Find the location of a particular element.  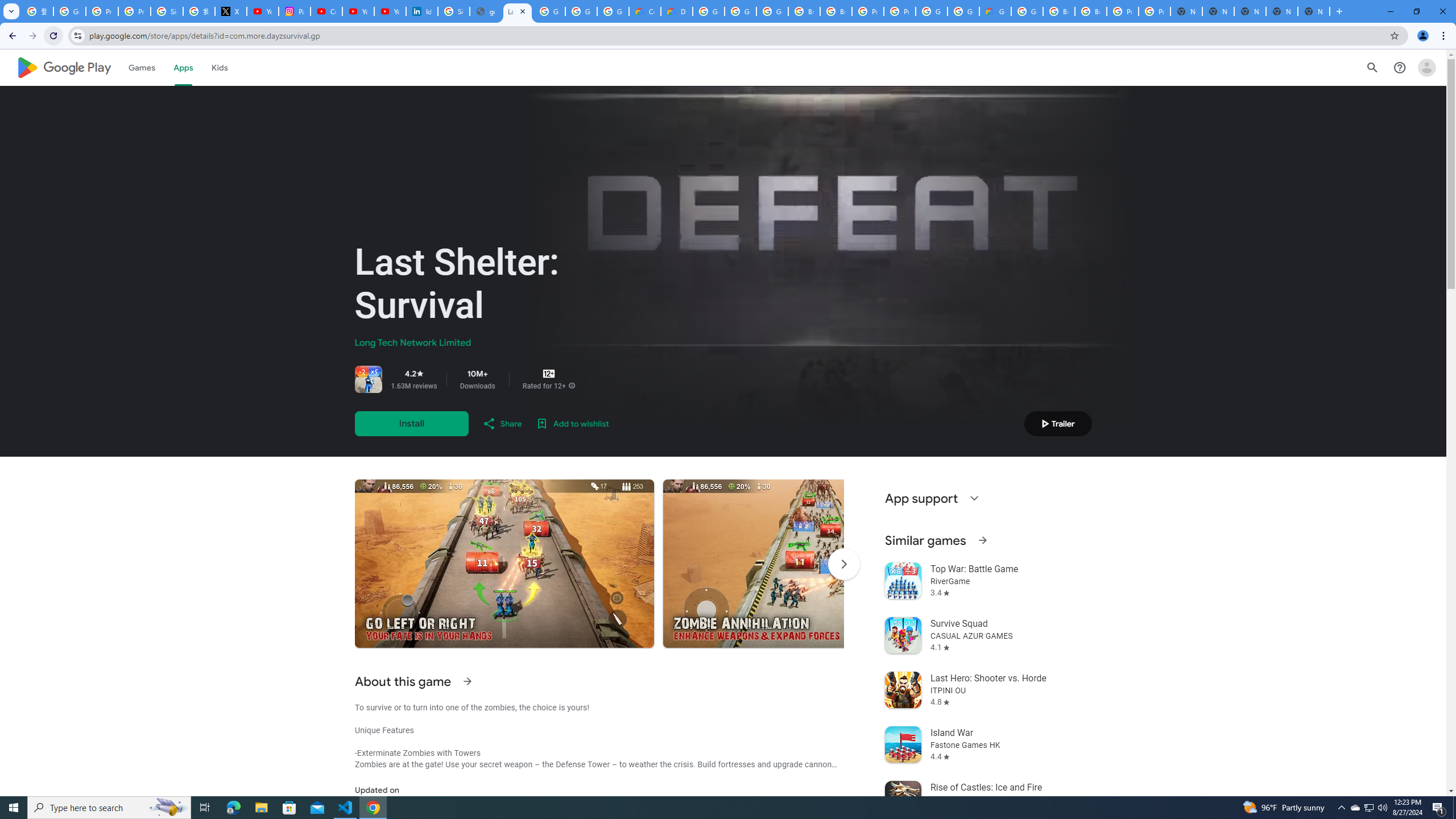

'Google Cloud Platform' is located at coordinates (1027, 11).